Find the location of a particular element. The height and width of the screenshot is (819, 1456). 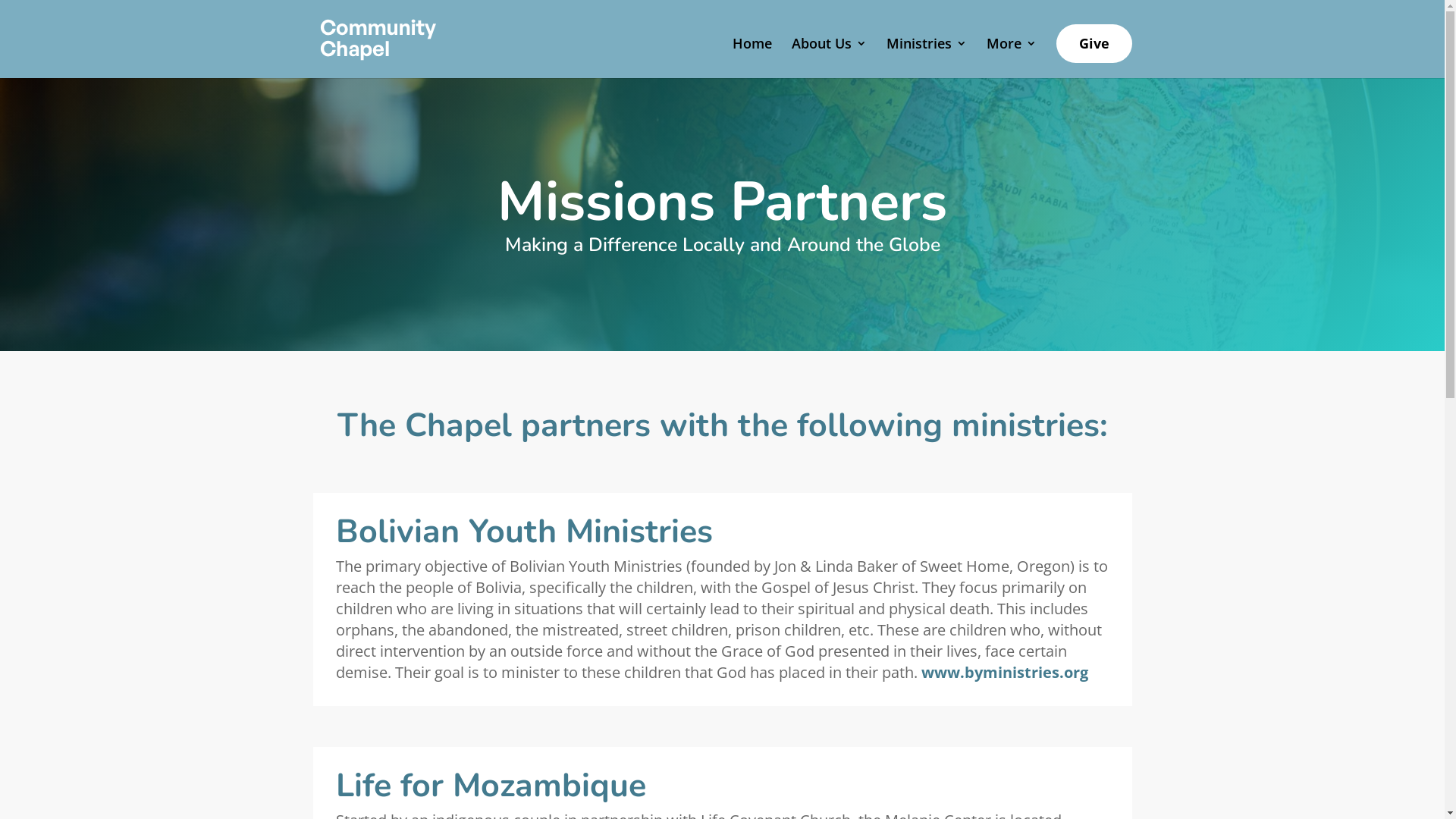

'About Us' is located at coordinates (828, 55).